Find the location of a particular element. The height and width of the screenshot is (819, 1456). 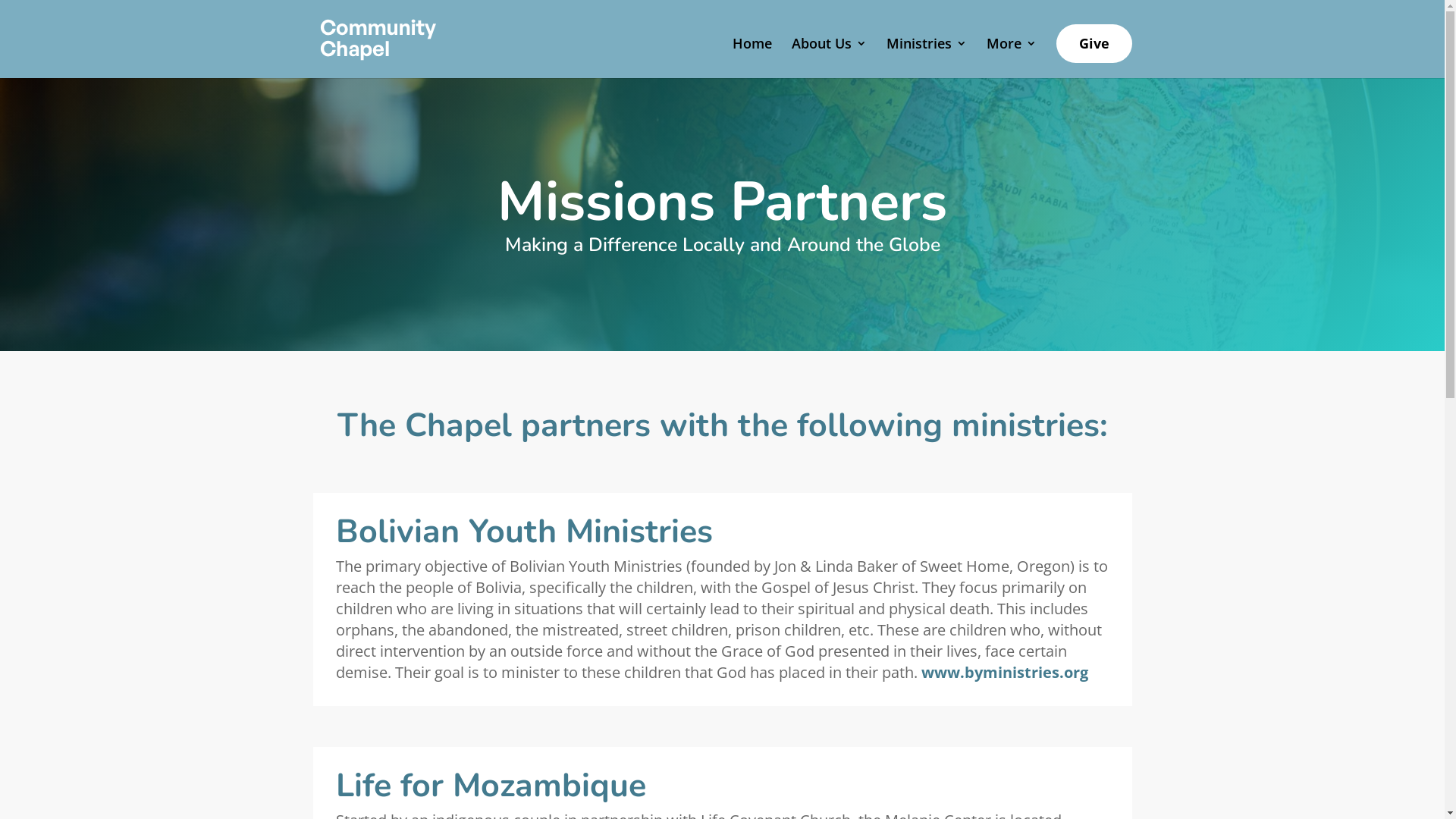

'About Us' is located at coordinates (828, 55).